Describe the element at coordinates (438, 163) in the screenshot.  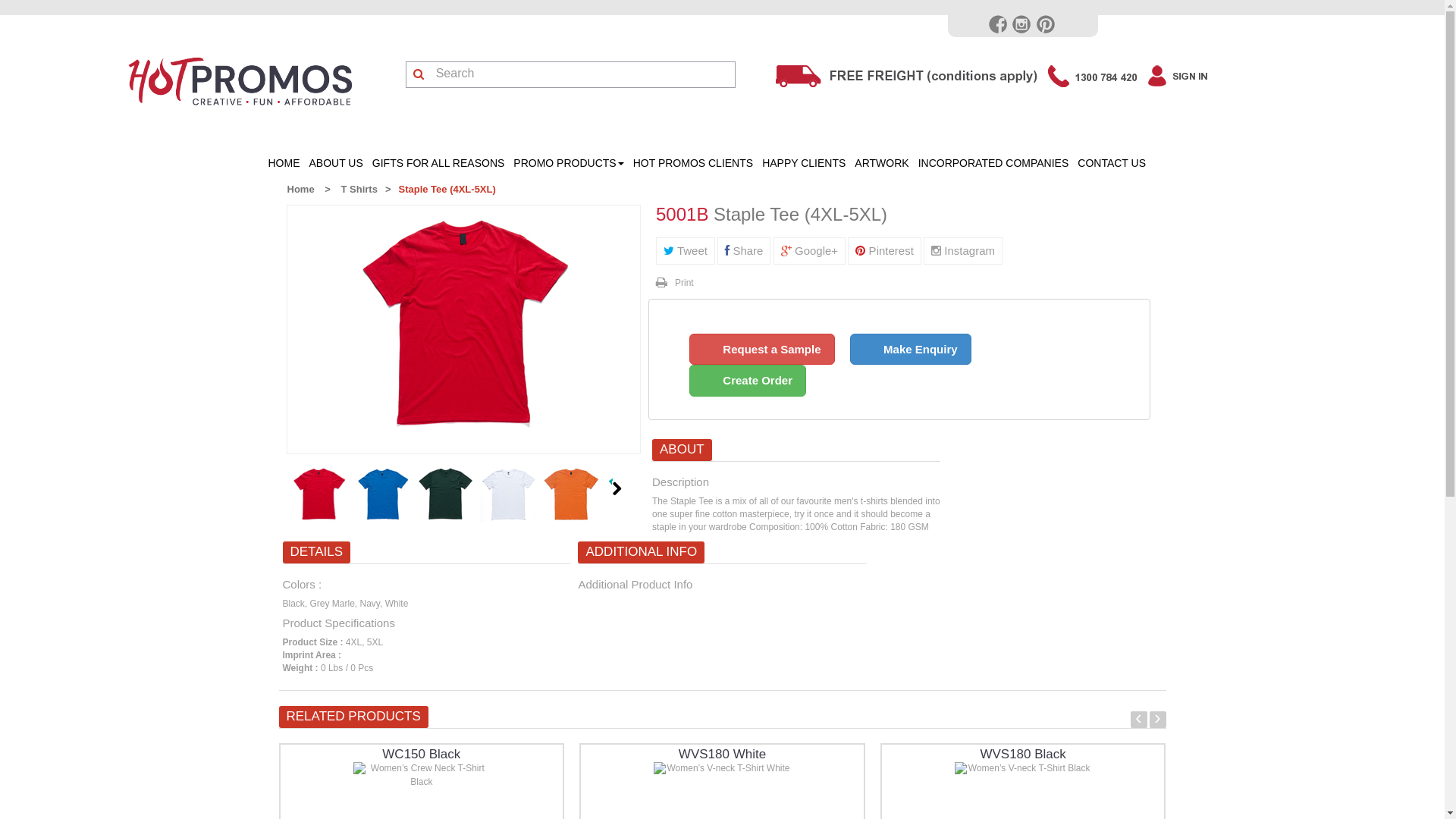
I see `'GIFTS FOR ALL REASONS'` at that location.